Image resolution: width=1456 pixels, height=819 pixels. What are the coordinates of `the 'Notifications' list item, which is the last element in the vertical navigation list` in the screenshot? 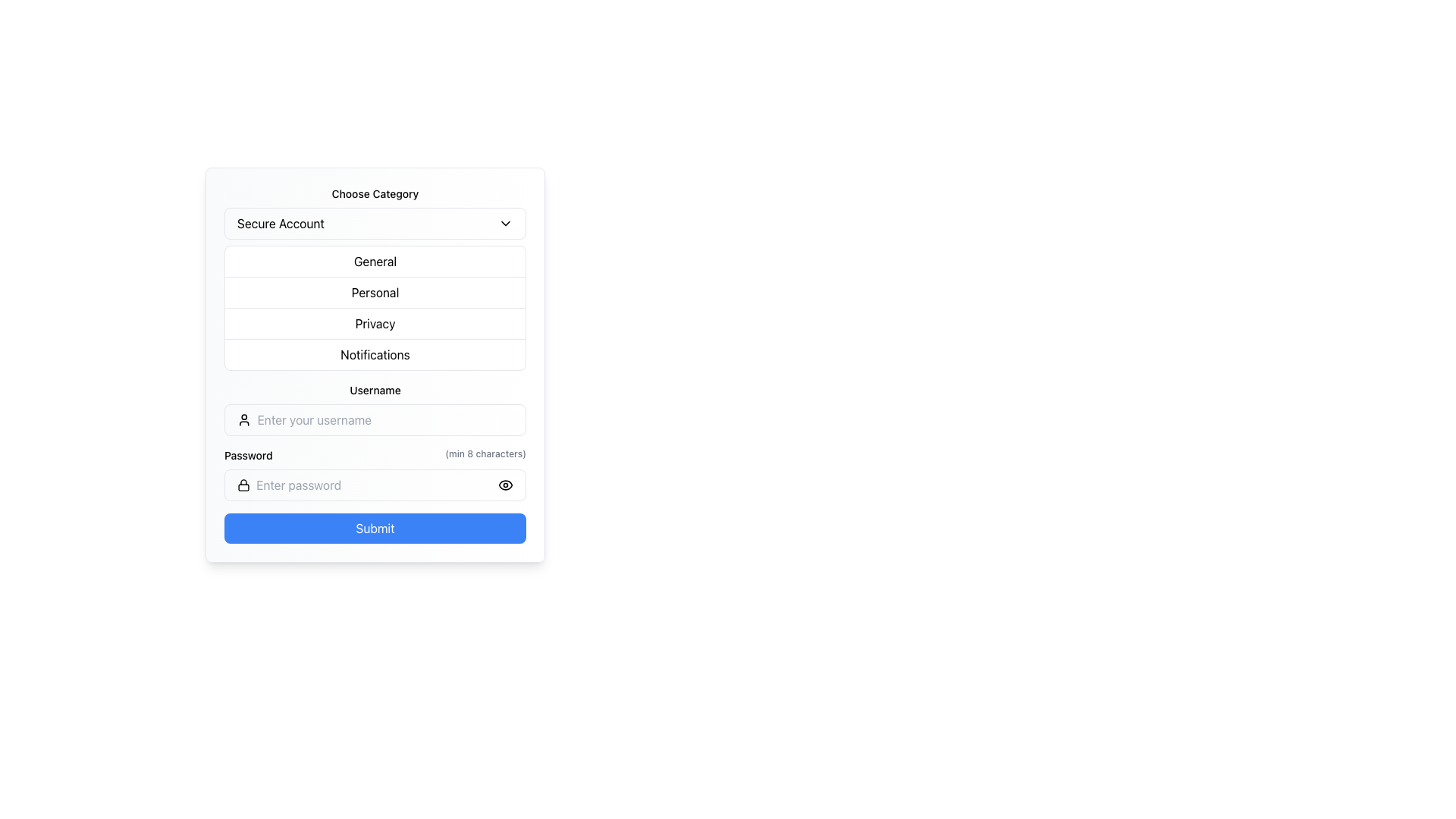 It's located at (375, 353).